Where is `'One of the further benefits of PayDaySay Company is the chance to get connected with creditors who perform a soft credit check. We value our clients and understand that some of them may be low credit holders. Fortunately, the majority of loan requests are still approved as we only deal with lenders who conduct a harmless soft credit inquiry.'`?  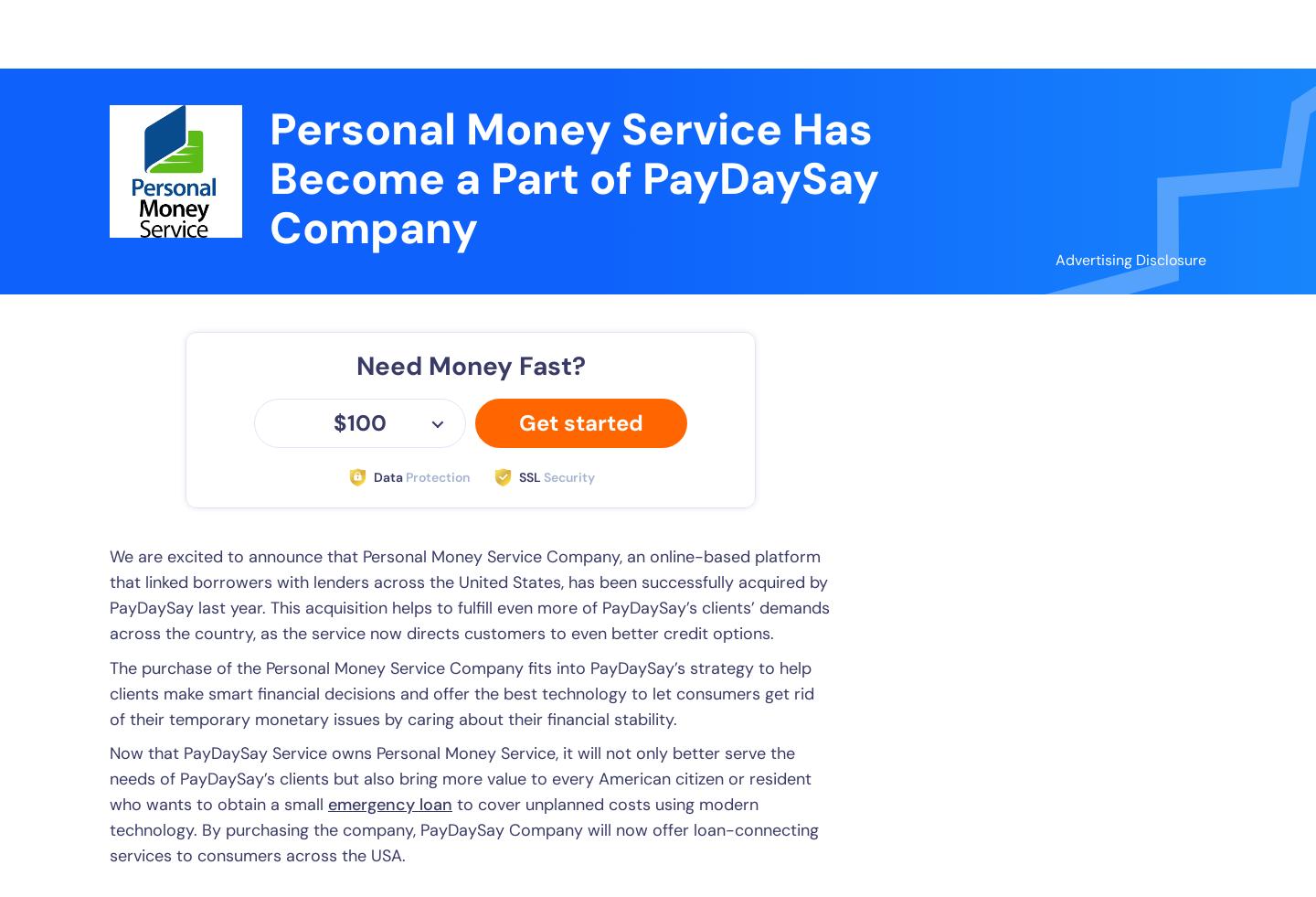 'One of the further benefits of PayDaySay Company is the chance to get connected with creditors who perform a soft credit check. We value our clients and understand that some of them may be low credit holders. Fortunately, the majority of loan requests are still approved as we only deal with lenders who conduct a harmless soft credit inquiry.' is located at coordinates (462, 299).